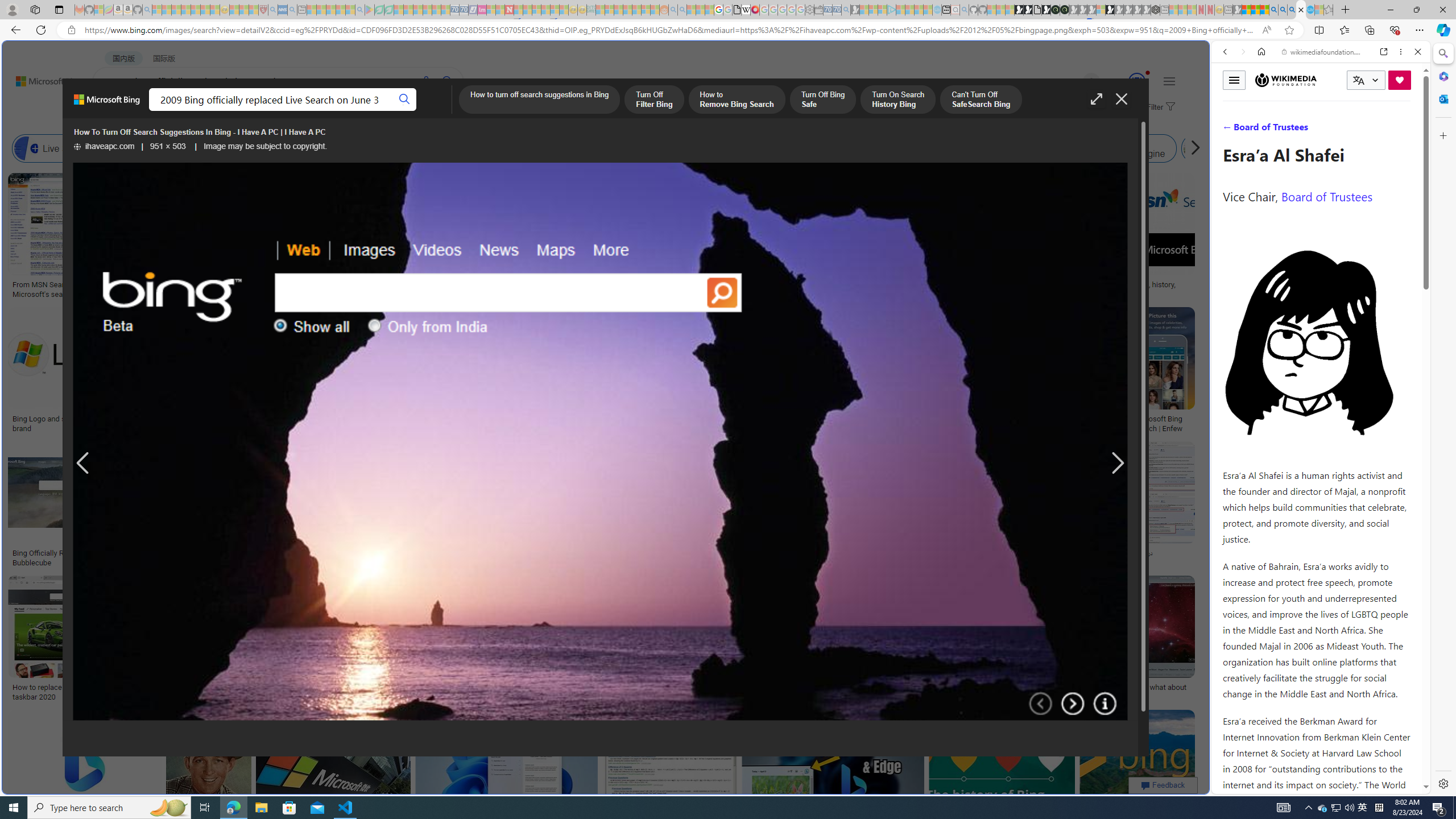 This screenshot has width=1456, height=819. Describe the element at coordinates (1192, 148) in the screenshot. I see `'Scroll right'` at that location.